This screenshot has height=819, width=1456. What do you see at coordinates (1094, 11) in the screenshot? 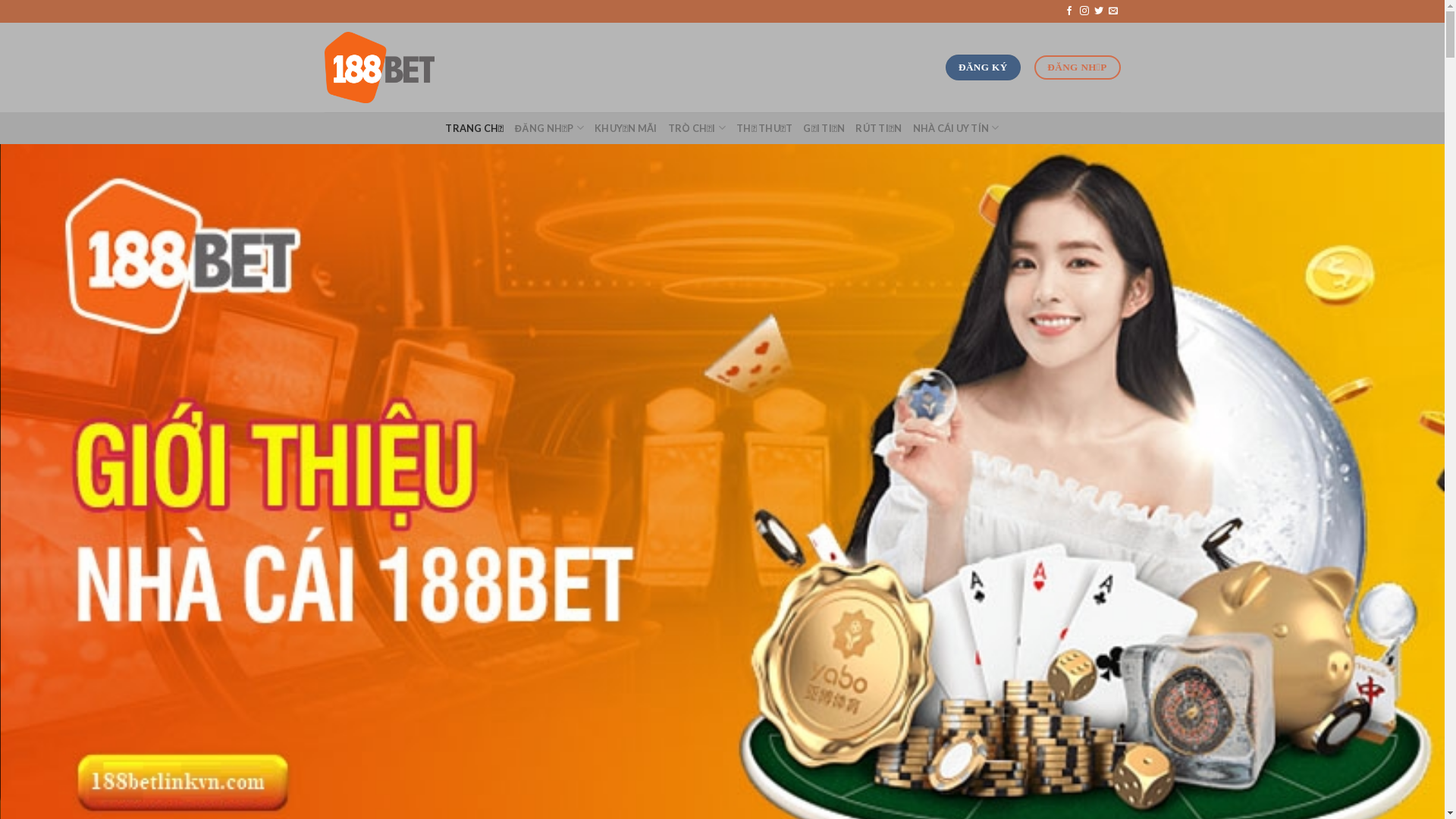
I see `'Follow on Twitter'` at bounding box center [1094, 11].